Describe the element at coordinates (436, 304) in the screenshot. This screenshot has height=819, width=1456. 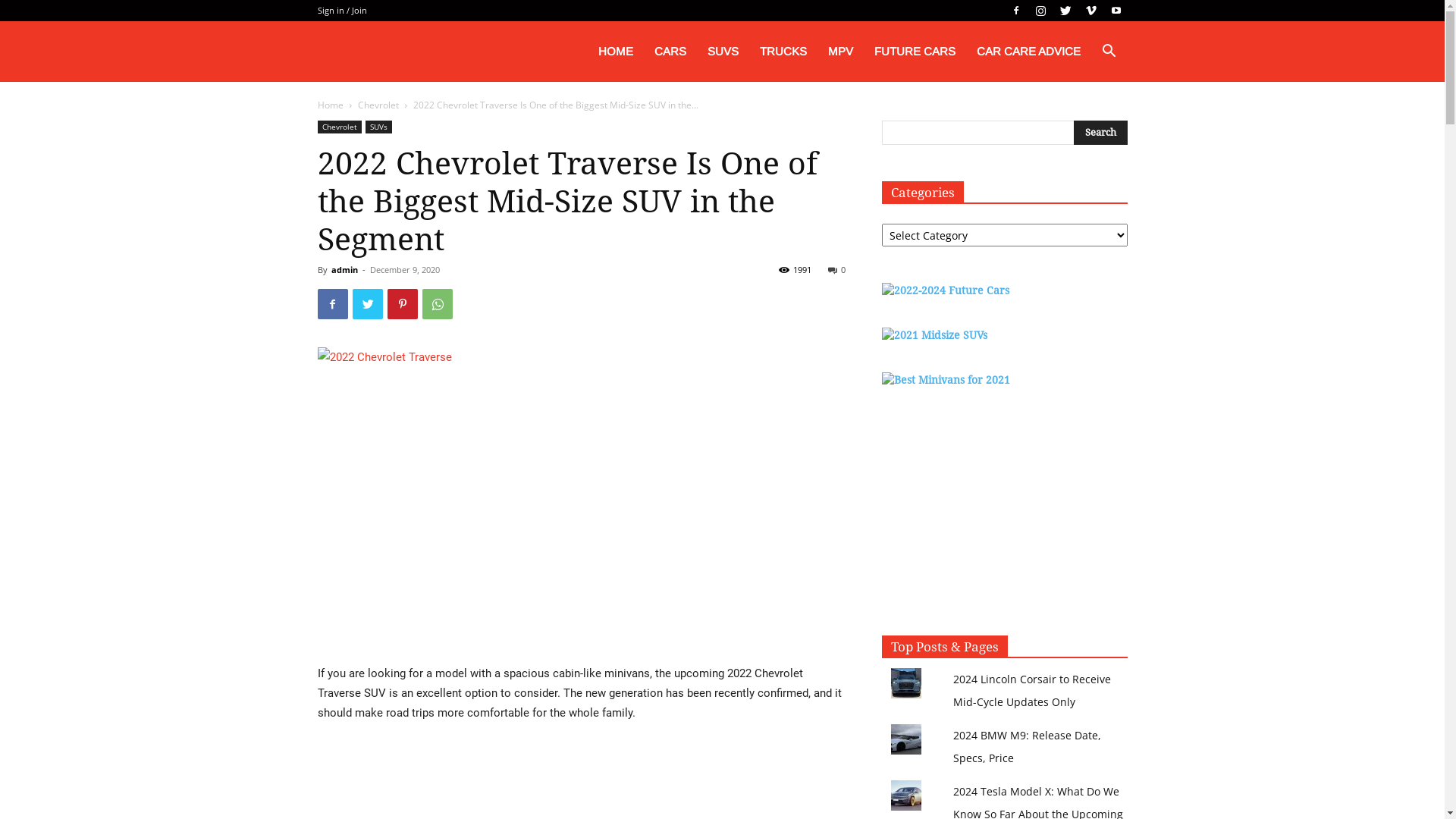
I see `'WhatsApp'` at that location.